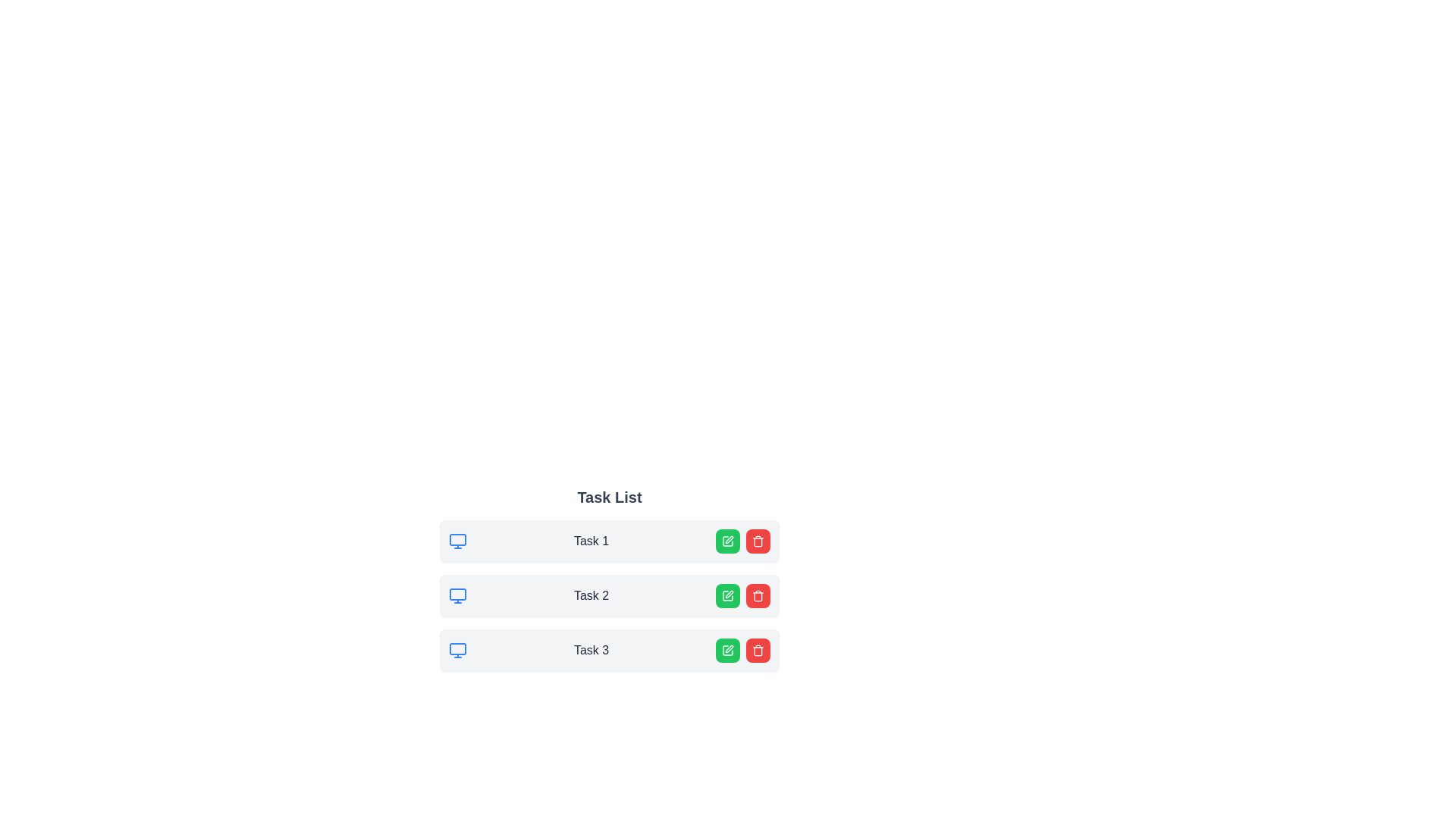 The width and height of the screenshot is (1456, 819). Describe the element at coordinates (729, 539) in the screenshot. I see `the edit icon button located in the first row of the task list interface, to the far right beside the delete icon, aligned with the task name 'Task 1'` at that location.